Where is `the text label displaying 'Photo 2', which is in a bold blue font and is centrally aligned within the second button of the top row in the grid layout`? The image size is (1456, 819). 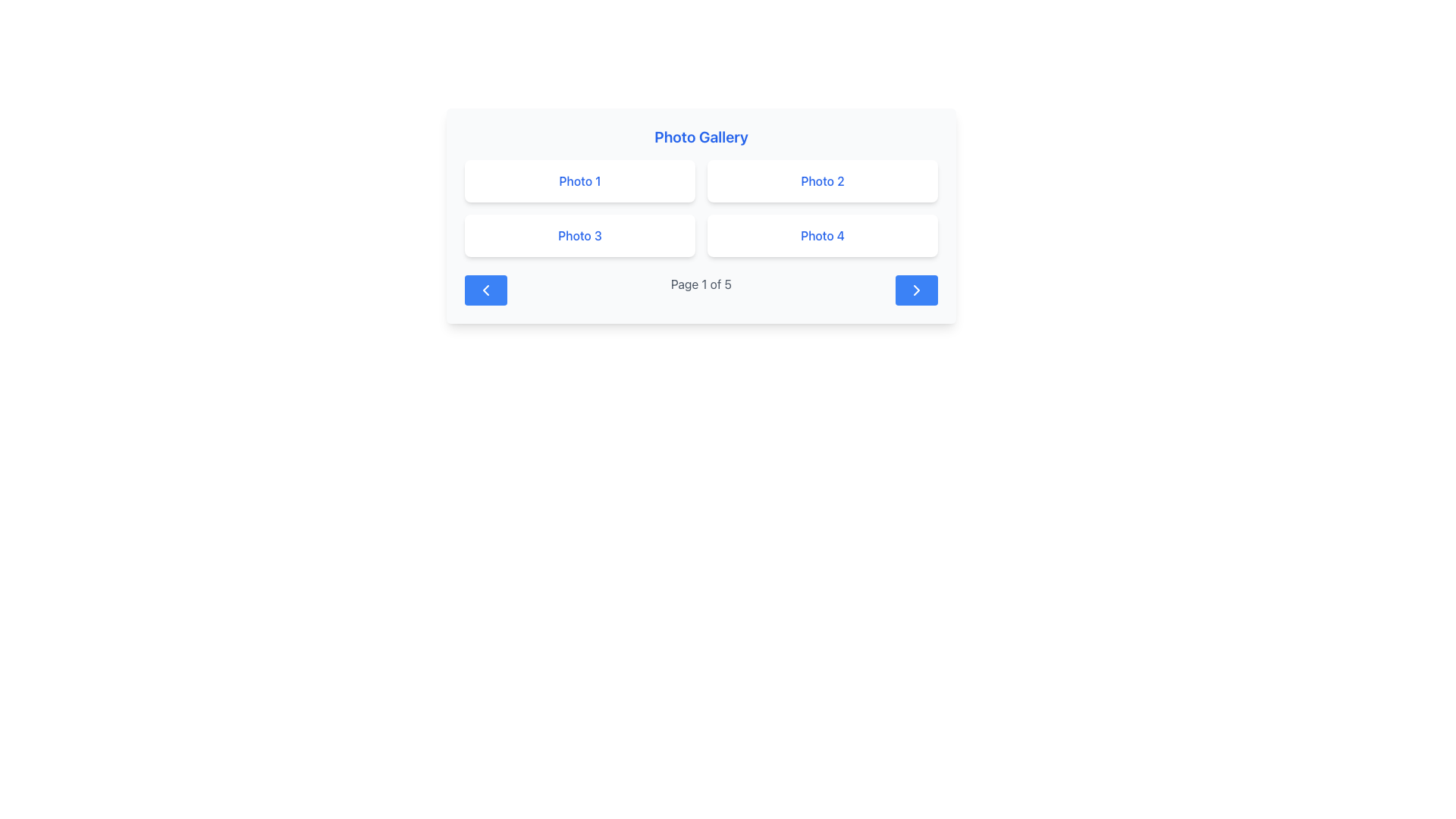
the text label displaying 'Photo 2', which is in a bold blue font and is centrally aligned within the second button of the top row in the grid layout is located at coordinates (821, 180).